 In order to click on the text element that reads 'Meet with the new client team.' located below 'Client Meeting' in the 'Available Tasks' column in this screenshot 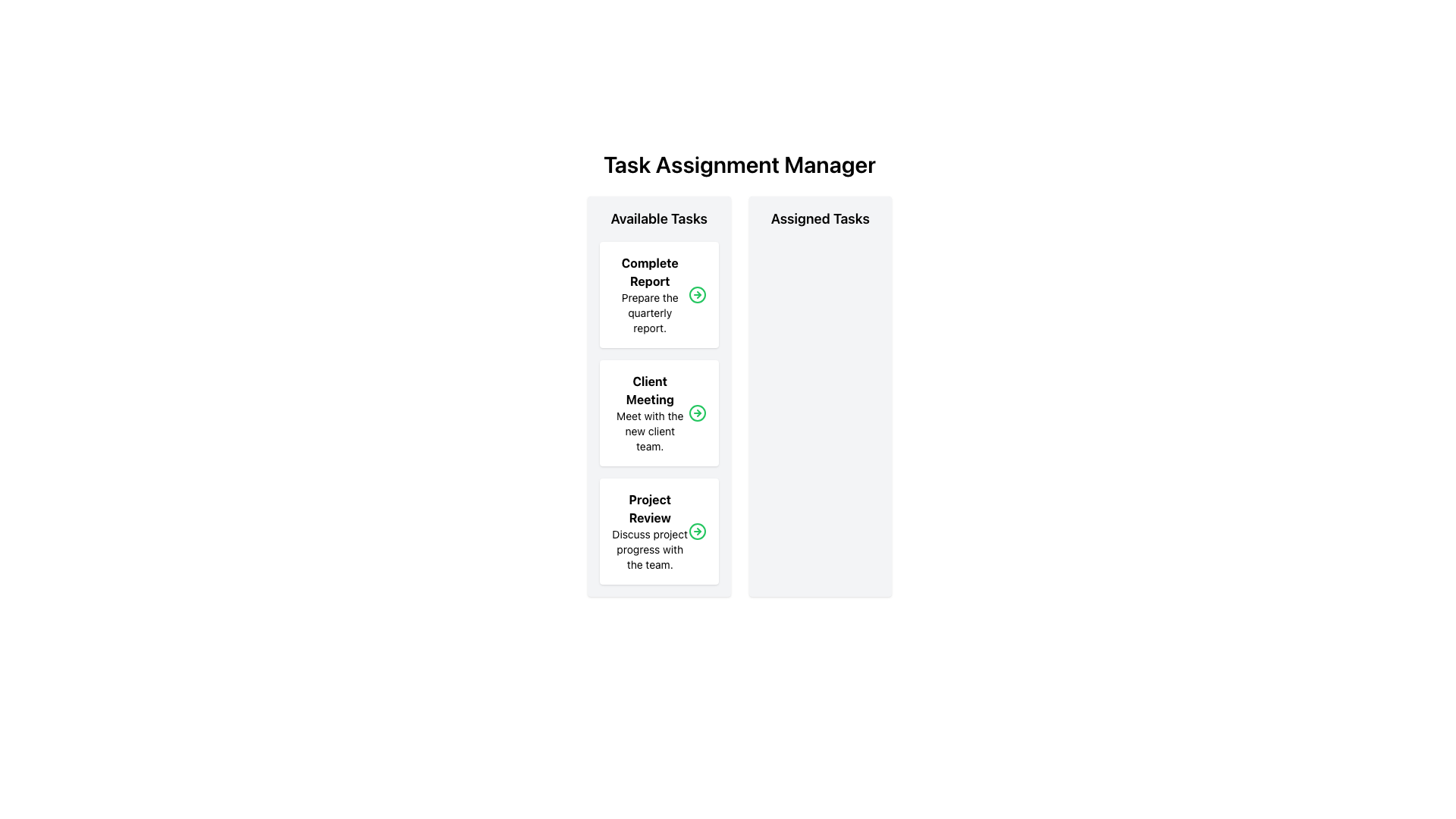, I will do `click(650, 431)`.